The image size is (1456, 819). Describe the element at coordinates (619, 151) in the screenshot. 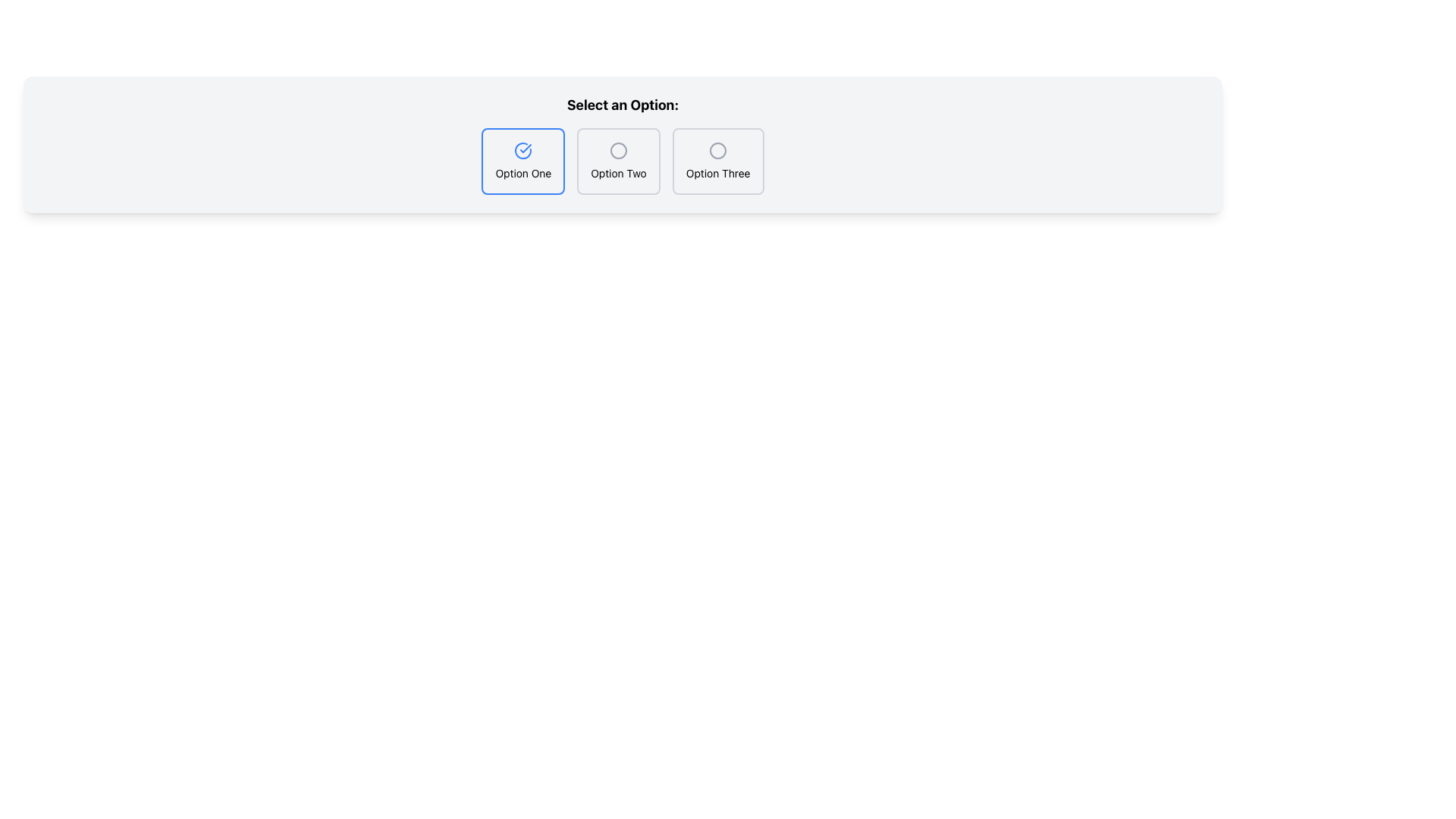

I see `the circular marker of the Radio button indicator for 'Option Two'` at that location.